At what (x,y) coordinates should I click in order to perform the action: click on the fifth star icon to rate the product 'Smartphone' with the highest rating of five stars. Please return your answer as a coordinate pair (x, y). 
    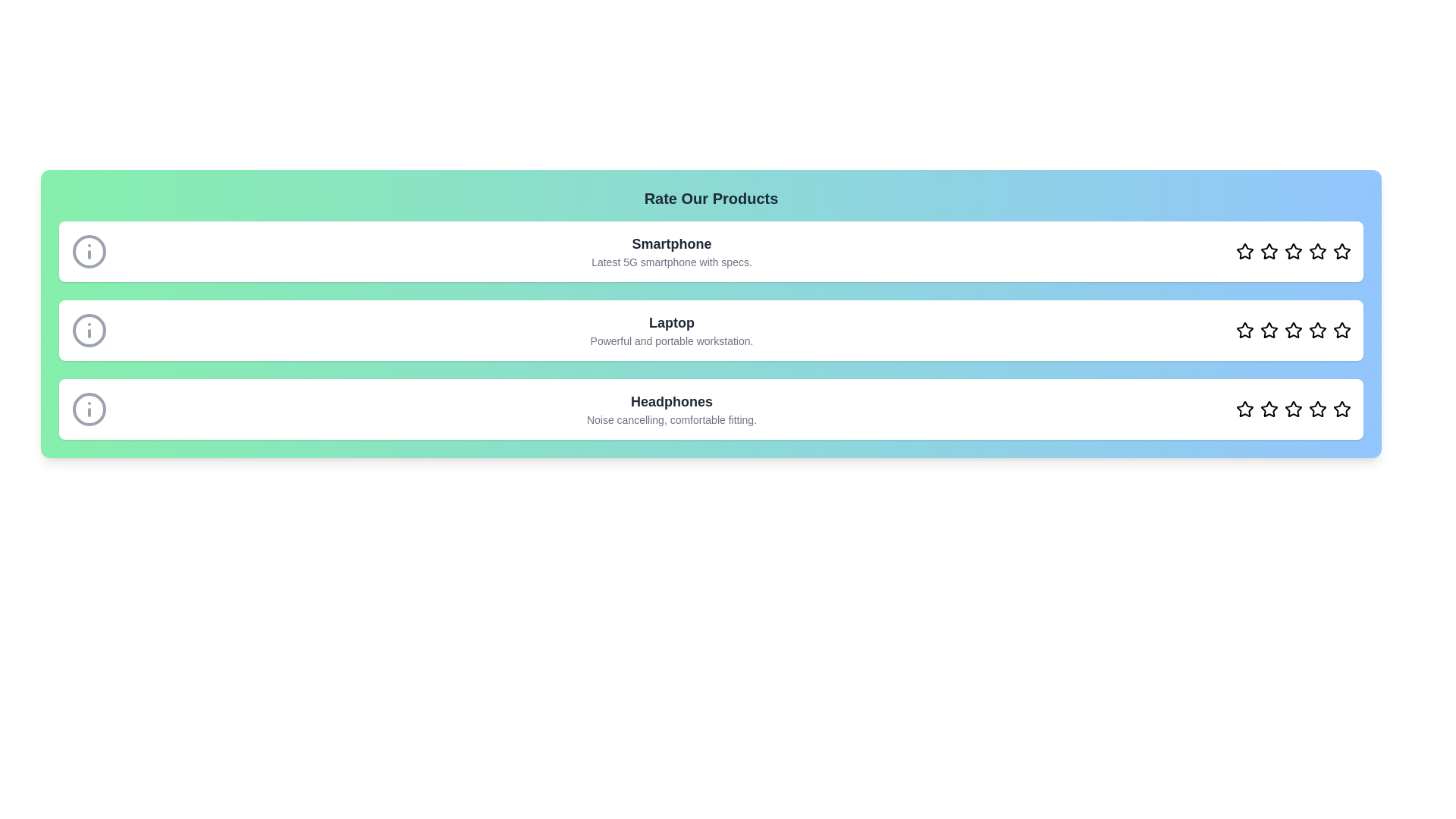
    Looking at the image, I should click on (1342, 250).